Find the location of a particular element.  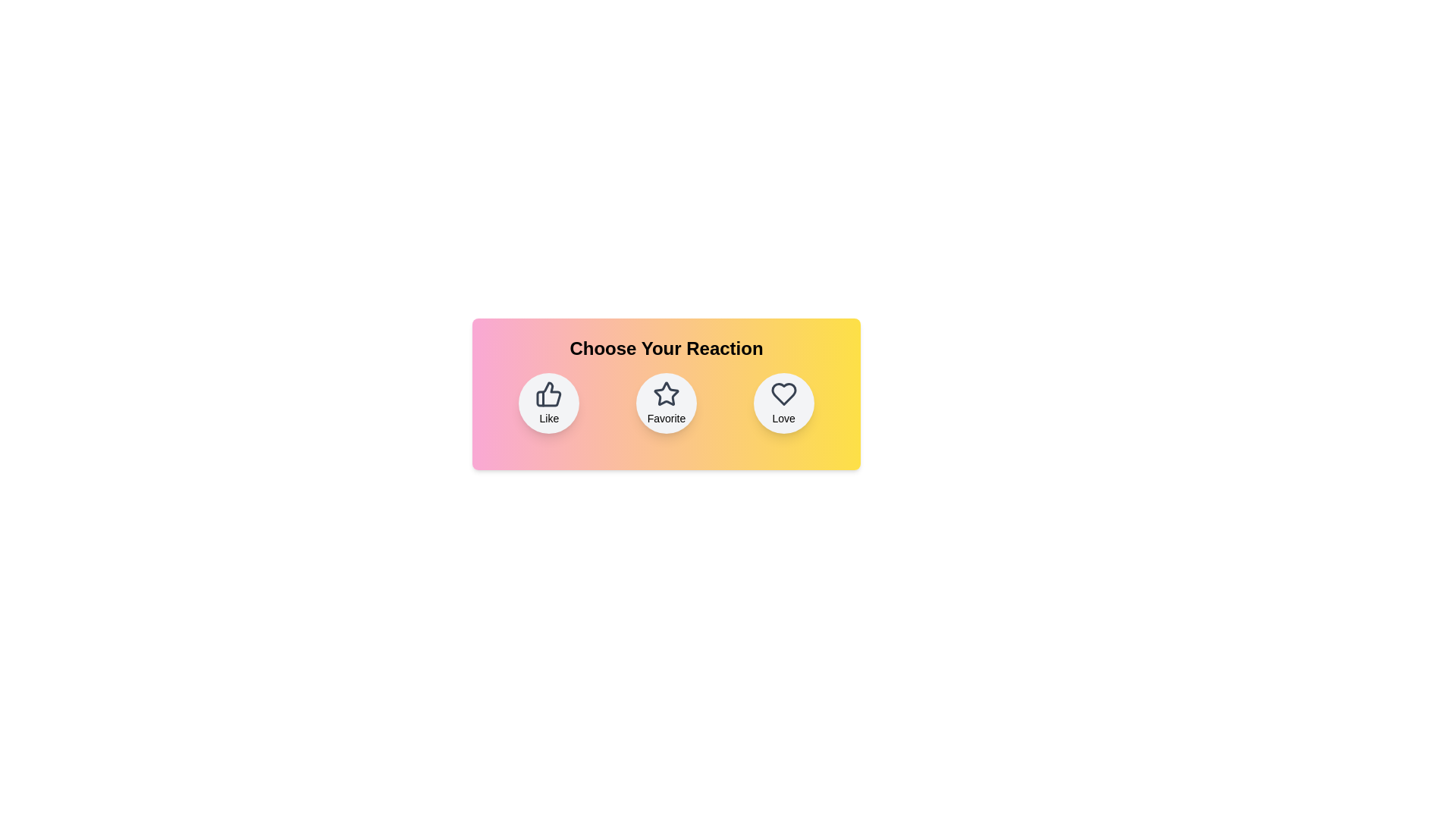

the reaction button labeled 'Love' to observe its hover effect is located at coordinates (783, 403).